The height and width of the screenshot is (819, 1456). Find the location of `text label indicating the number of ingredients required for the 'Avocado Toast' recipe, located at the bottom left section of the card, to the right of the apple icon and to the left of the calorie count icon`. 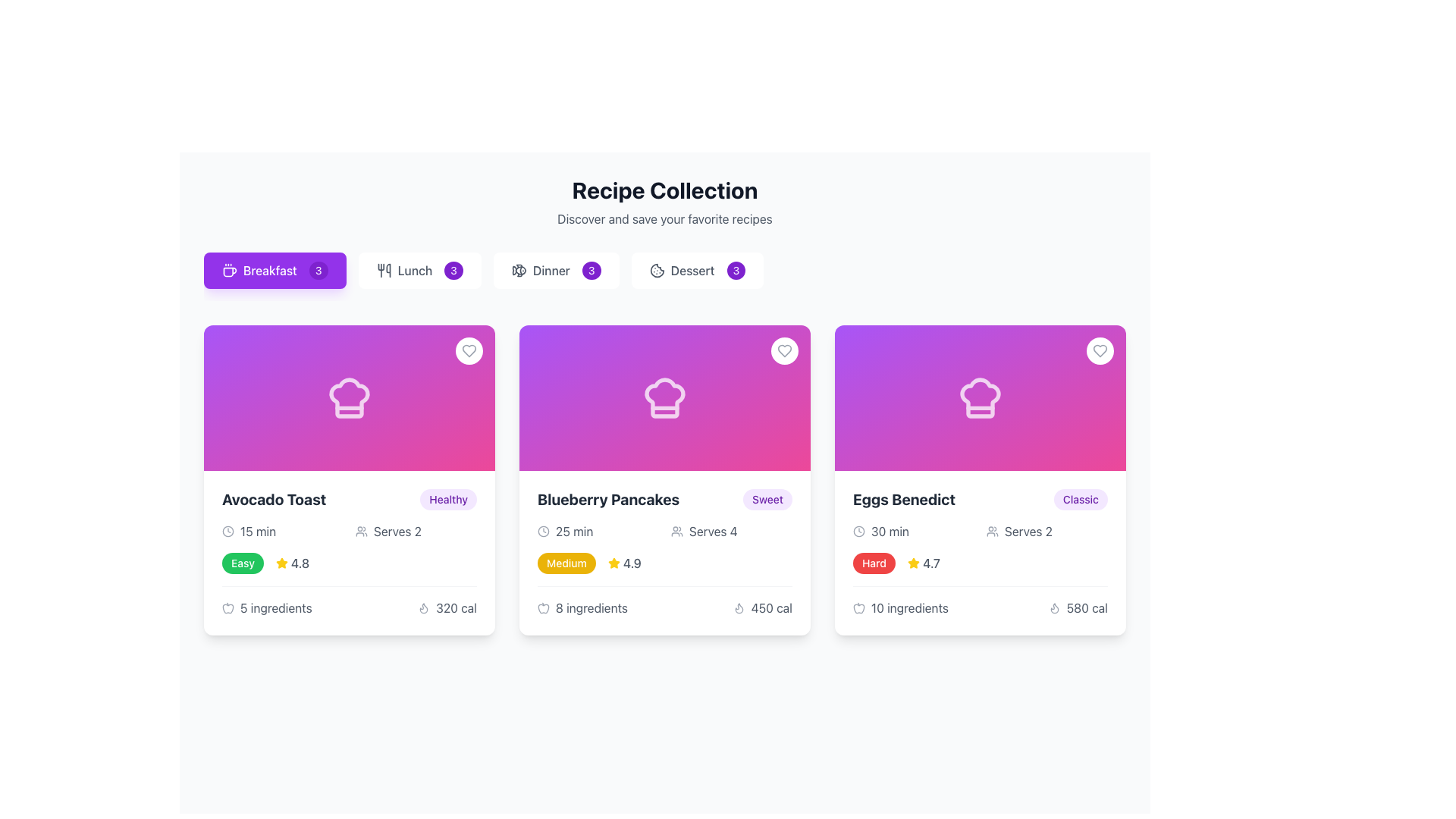

text label indicating the number of ingredients required for the 'Avocado Toast' recipe, located at the bottom left section of the card, to the right of the apple icon and to the left of the calorie count icon is located at coordinates (276, 607).